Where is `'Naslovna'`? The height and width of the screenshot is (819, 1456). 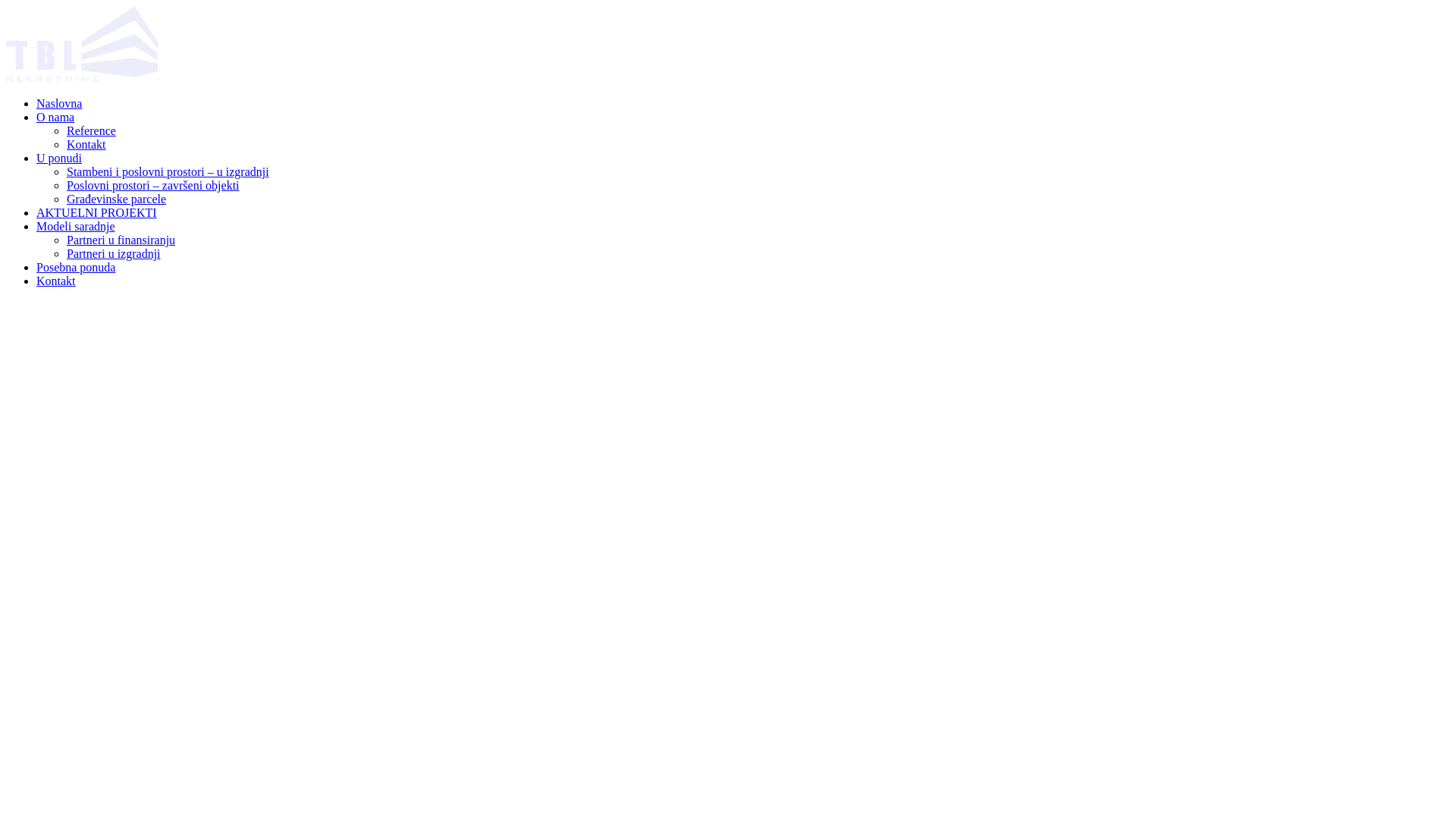
'Naslovna' is located at coordinates (58, 102).